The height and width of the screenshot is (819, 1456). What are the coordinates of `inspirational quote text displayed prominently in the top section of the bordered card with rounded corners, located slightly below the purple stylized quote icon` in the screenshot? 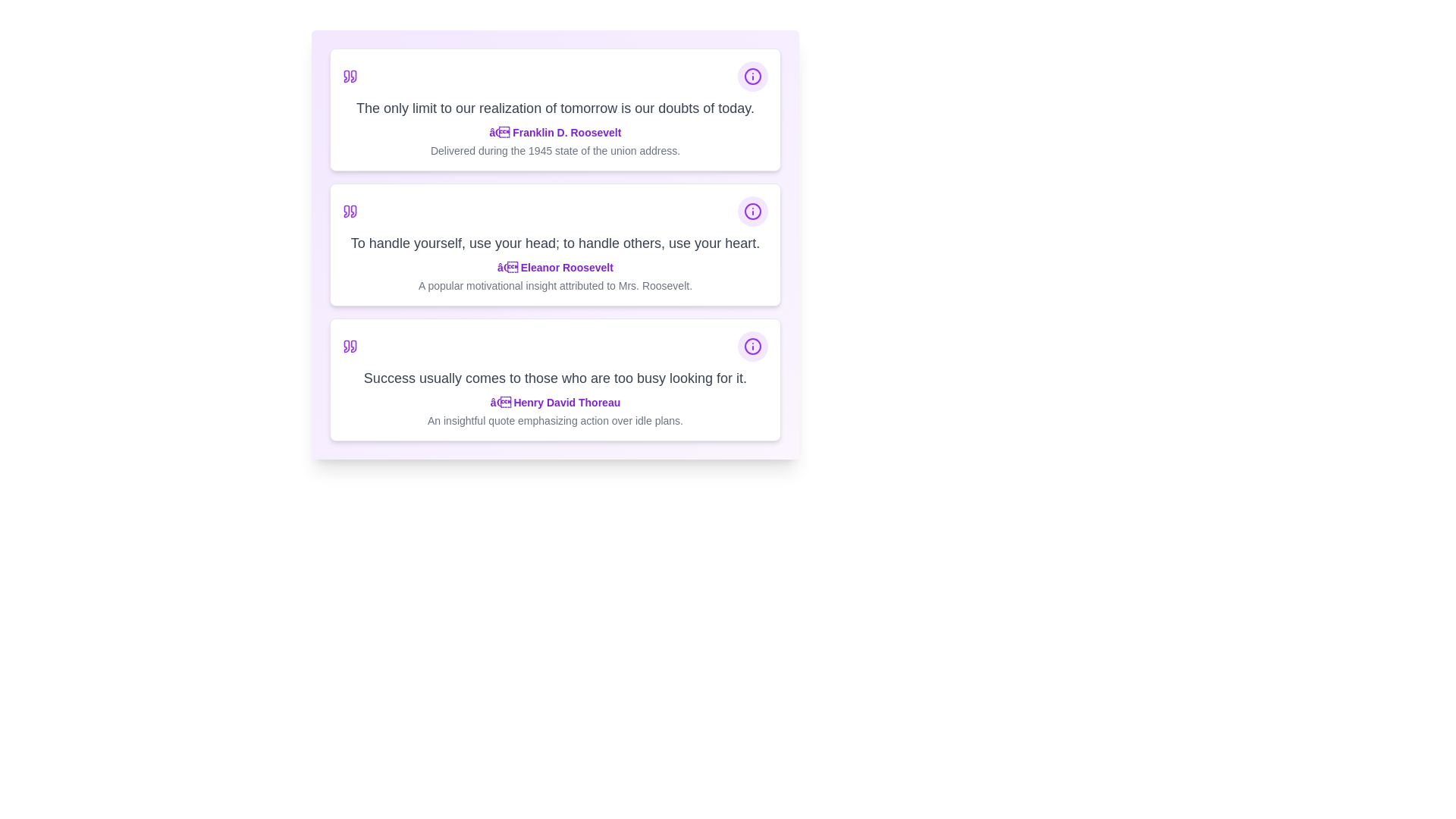 It's located at (554, 107).